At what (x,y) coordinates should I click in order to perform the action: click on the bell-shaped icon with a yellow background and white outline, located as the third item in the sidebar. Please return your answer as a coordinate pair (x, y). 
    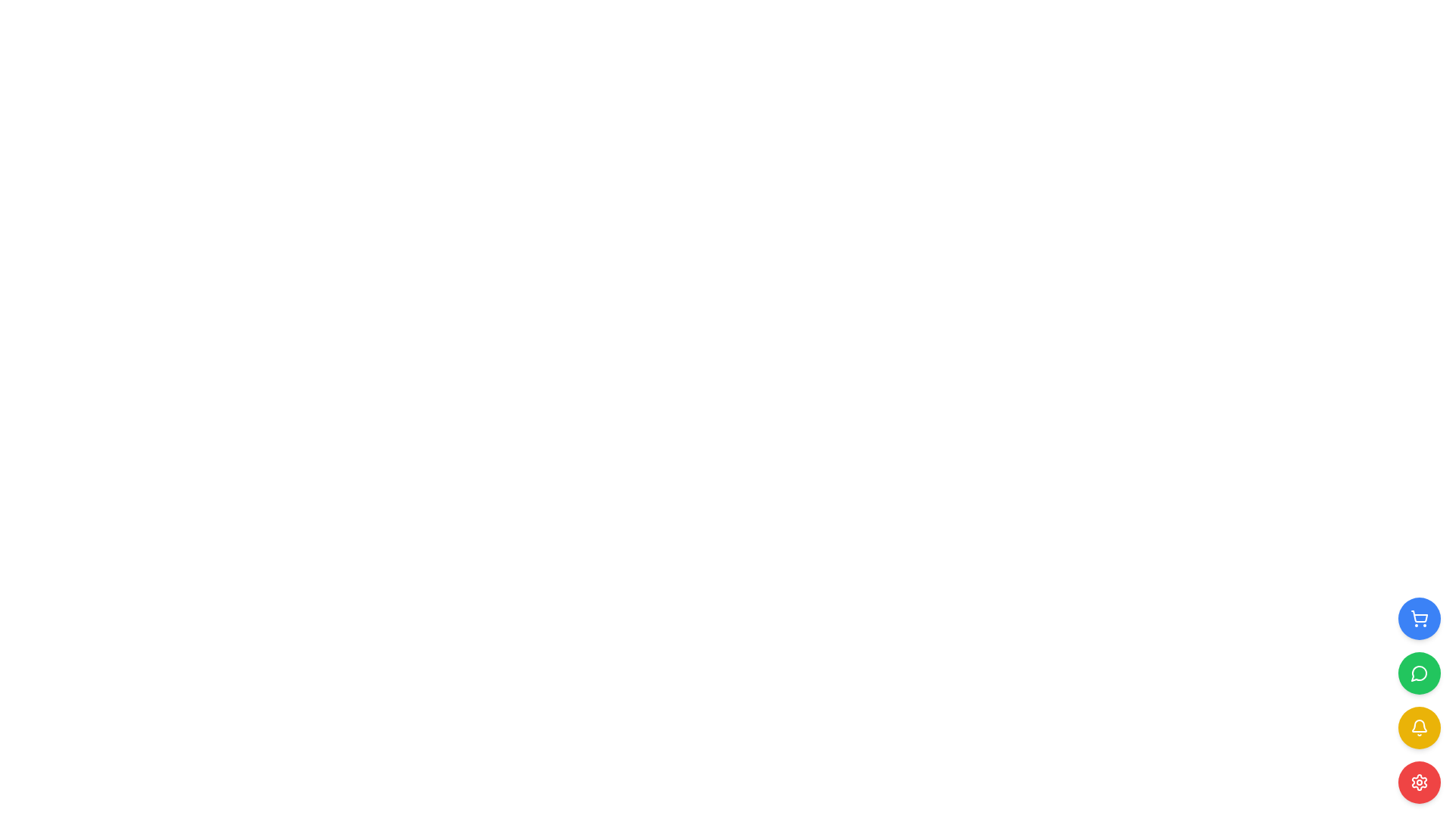
    Looking at the image, I should click on (1419, 727).